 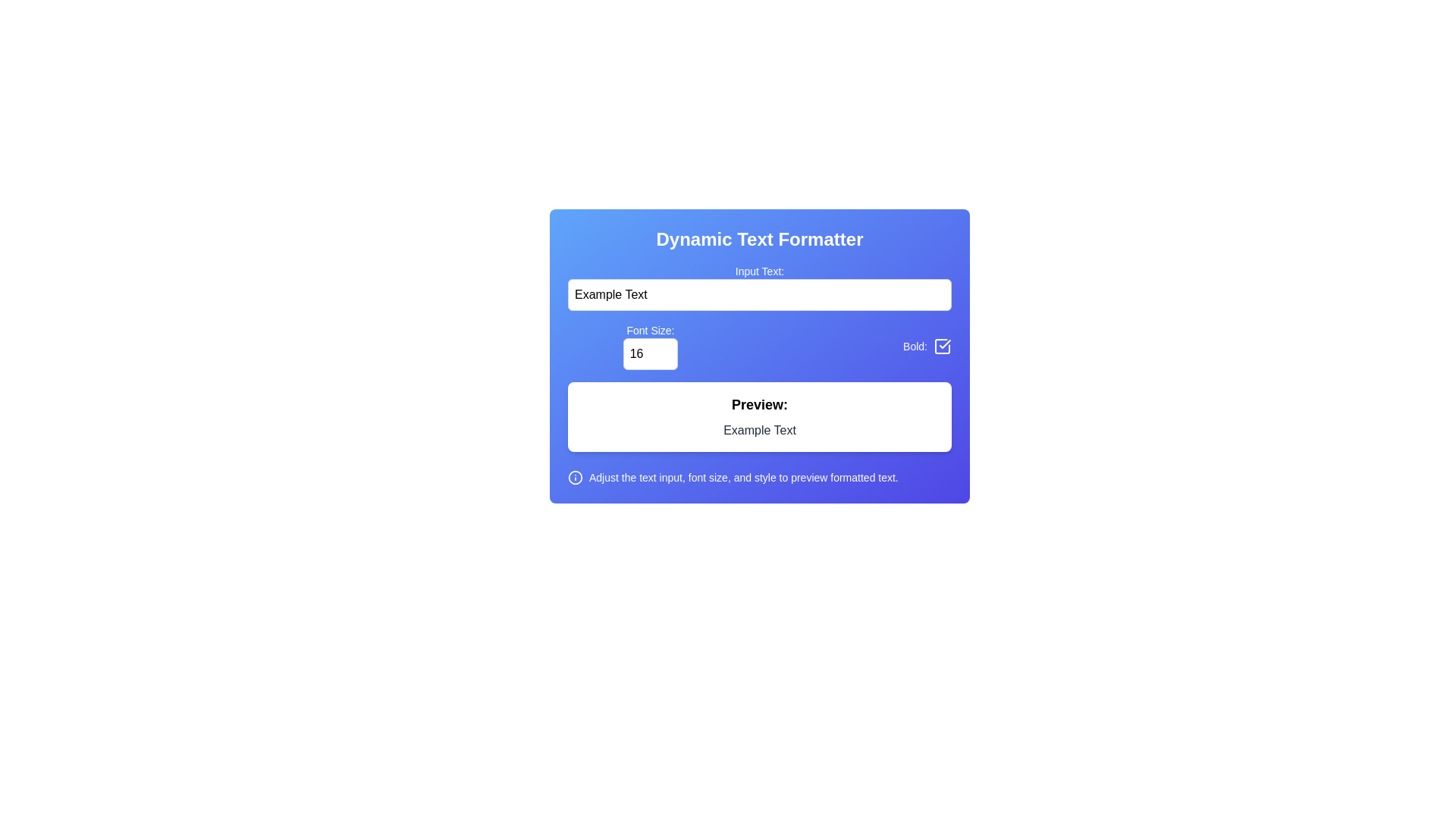 I want to click on the circular vector graphic located in the bottom-left corner of the interface, near the descriptive text label, so click(x=574, y=476).